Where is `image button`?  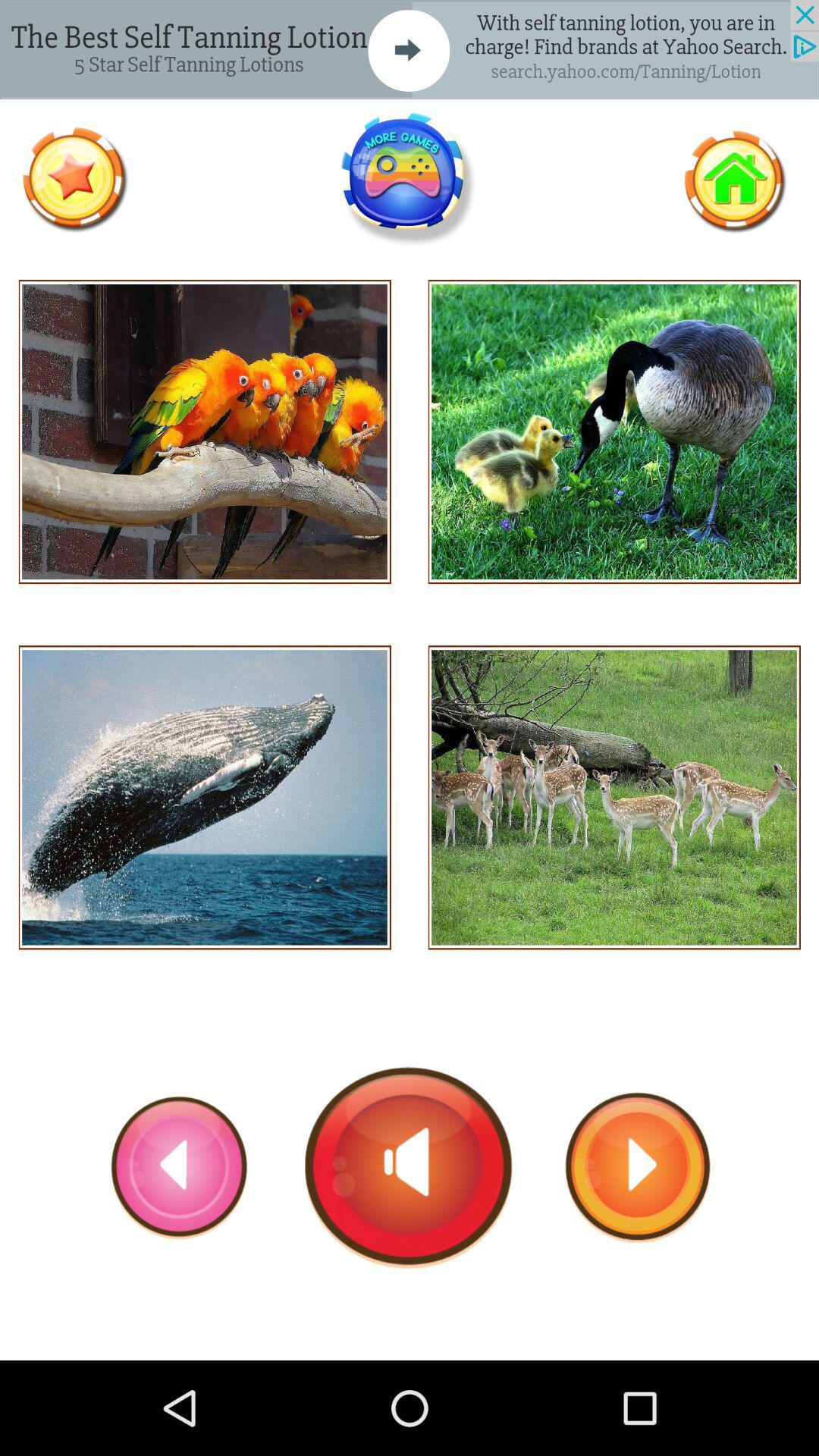
image button is located at coordinates (614, 431).